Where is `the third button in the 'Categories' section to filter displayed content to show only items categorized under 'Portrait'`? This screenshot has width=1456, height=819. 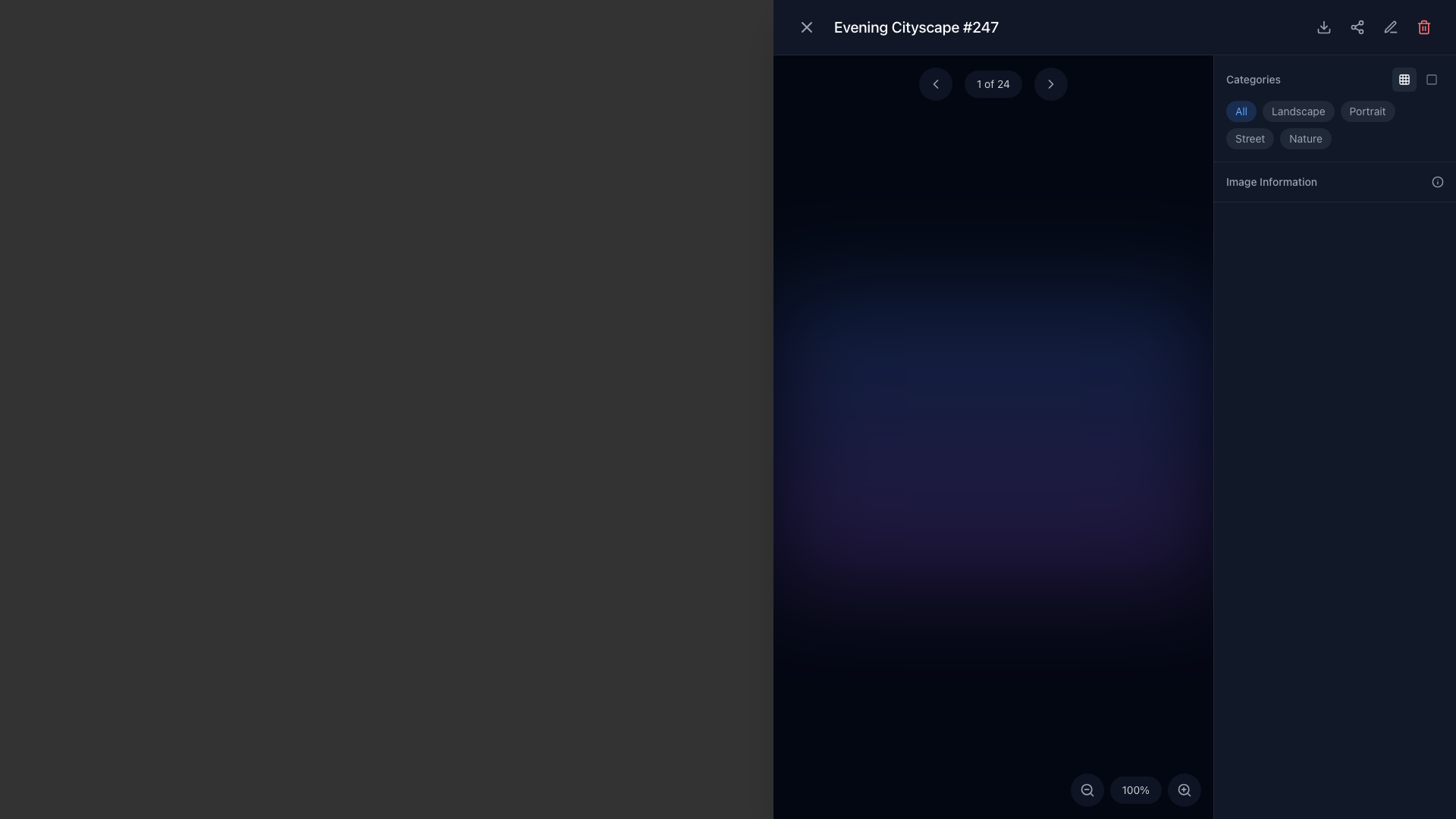
the third button in the 'Categories' section to filter displayed content to show only items categorized under 'Portrait' is located at coordinates (1367, 110).